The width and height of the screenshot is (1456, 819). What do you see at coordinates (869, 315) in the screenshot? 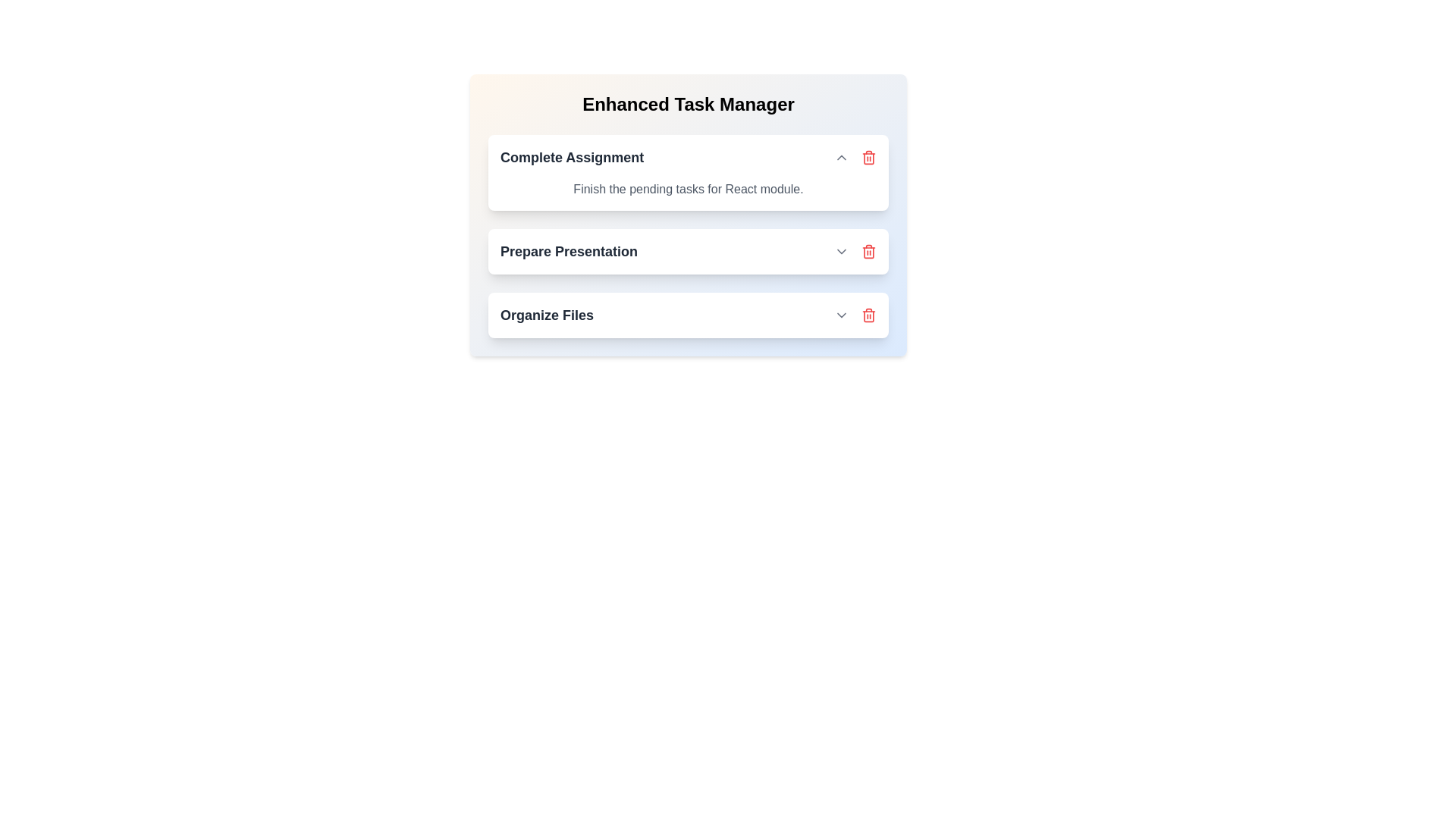
I see `the task titled Organize Files` at bounding box center [869, 315].